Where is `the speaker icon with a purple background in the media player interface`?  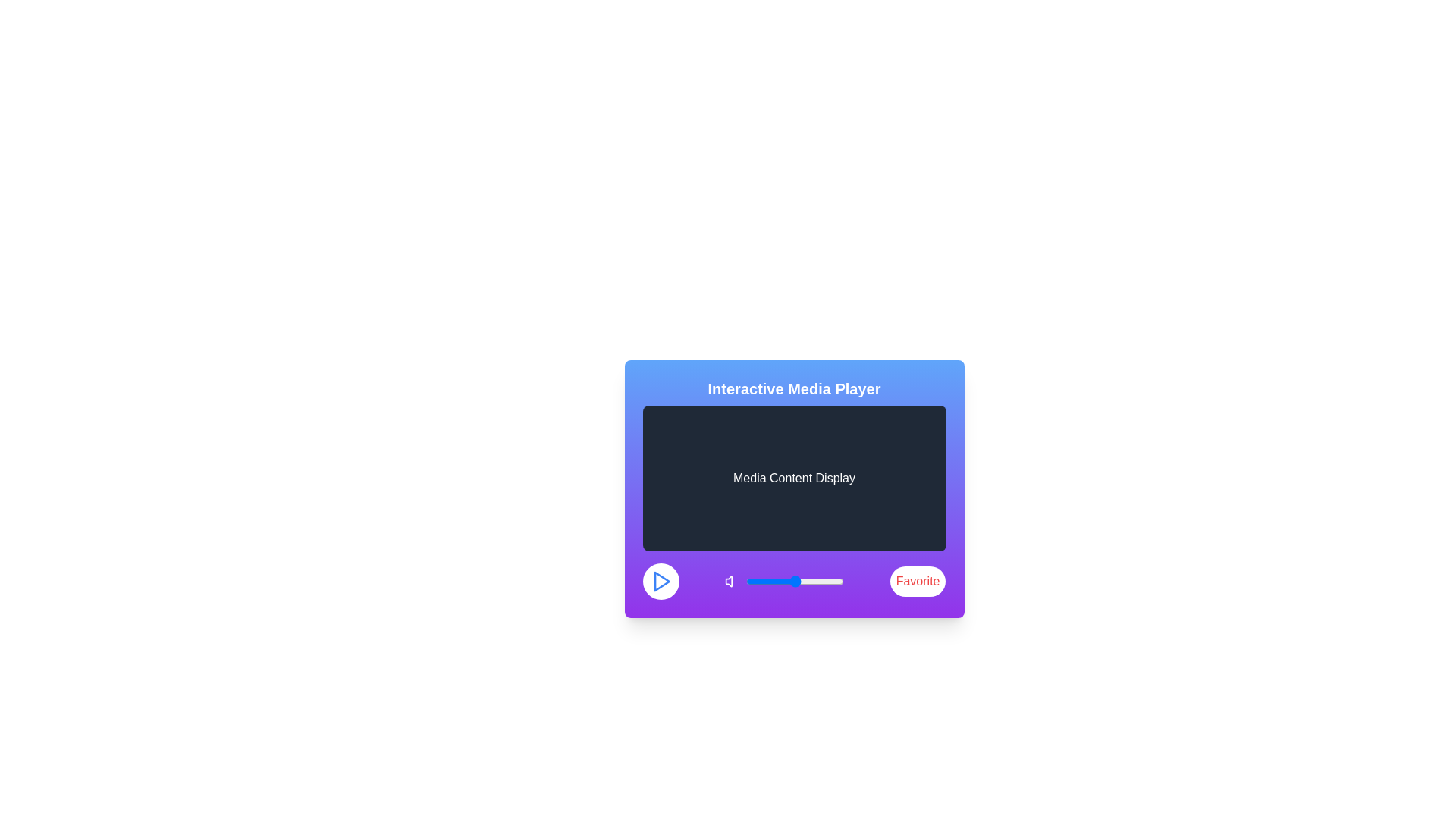 the speaker icon with a purple background in the media player interface is located at coordinates (733, 581).